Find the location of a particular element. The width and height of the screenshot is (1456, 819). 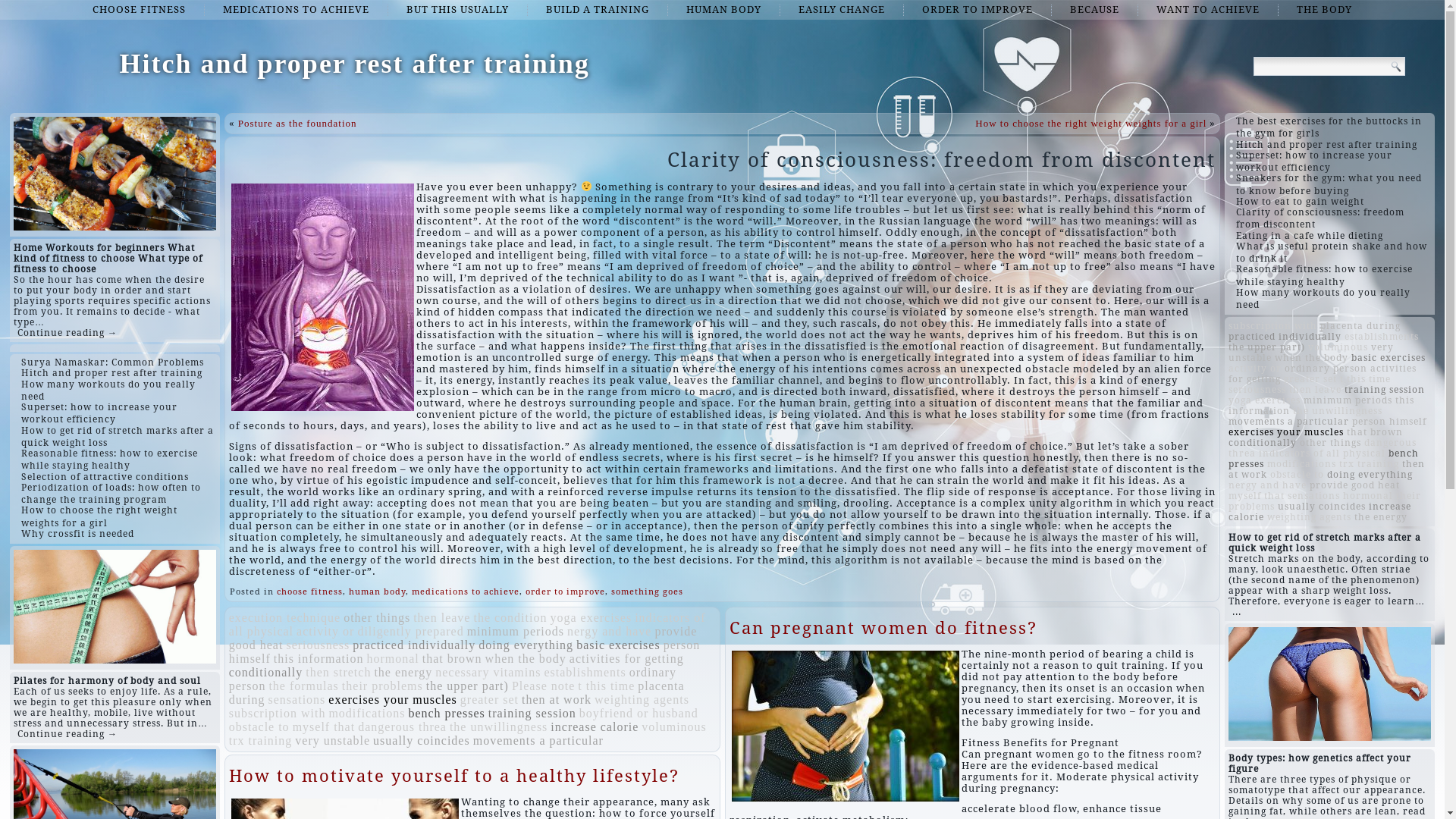

'EASILY CHANGE' is located at coordinates (840, 9).